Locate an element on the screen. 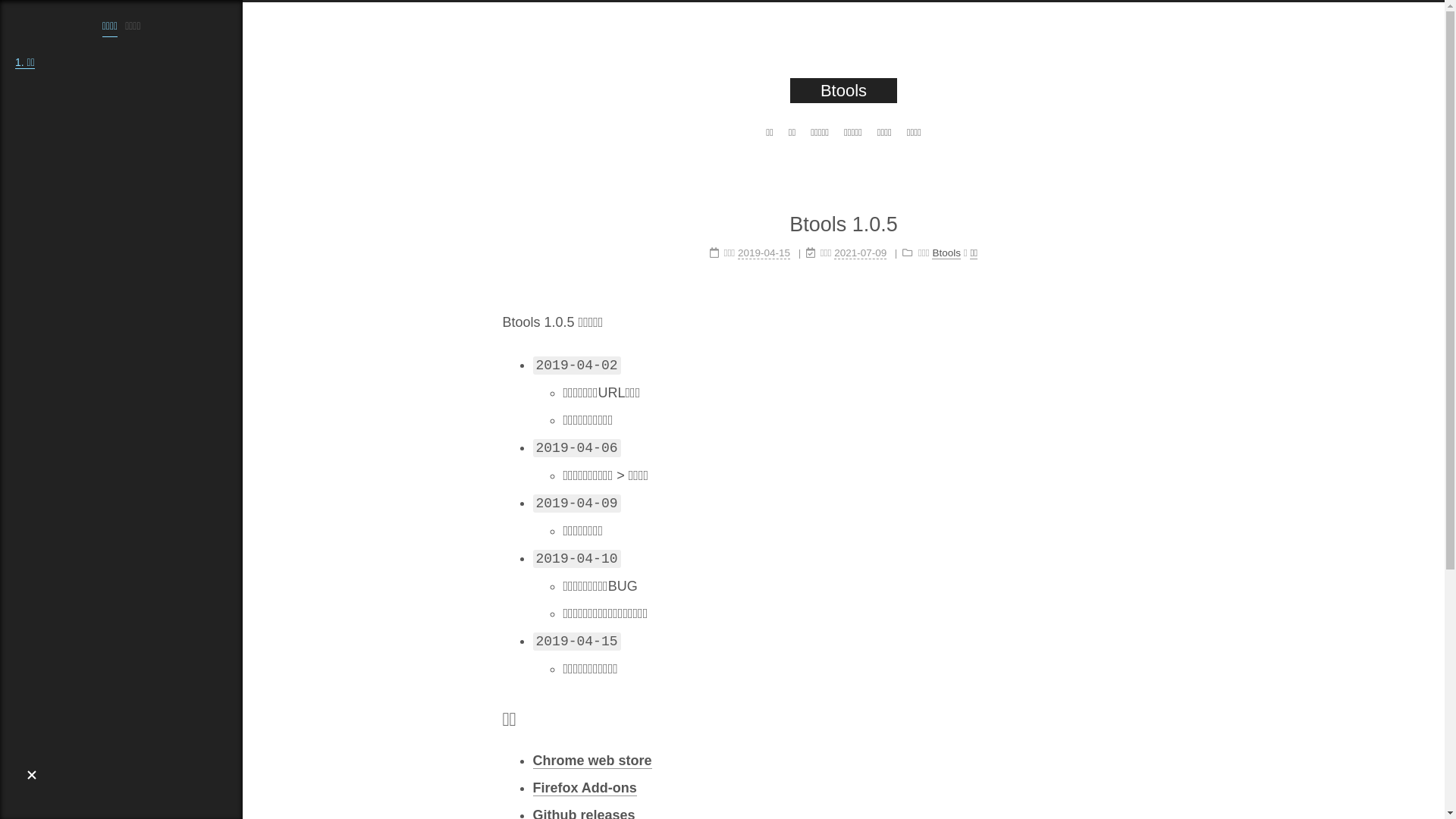 The image size is (1456, 819). 'Btools' is located at coordinates (946, 253).